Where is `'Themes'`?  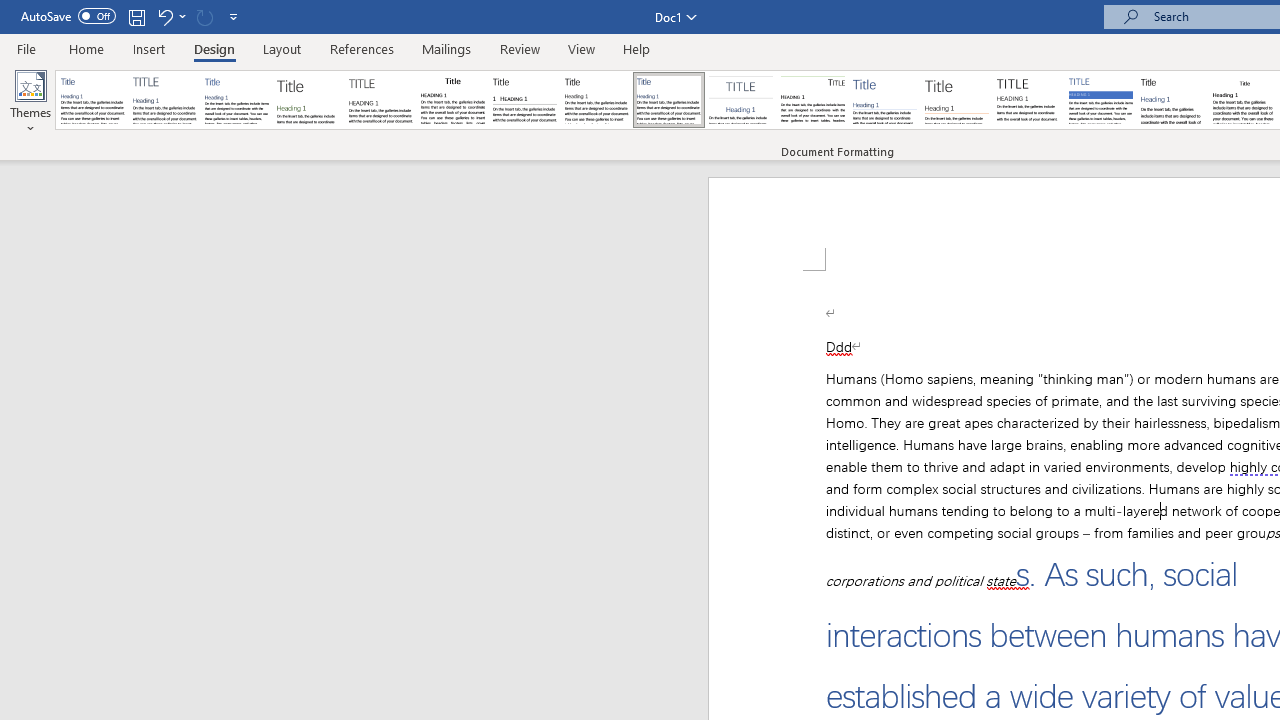
'Themes' is located at coordinates (30, 103).